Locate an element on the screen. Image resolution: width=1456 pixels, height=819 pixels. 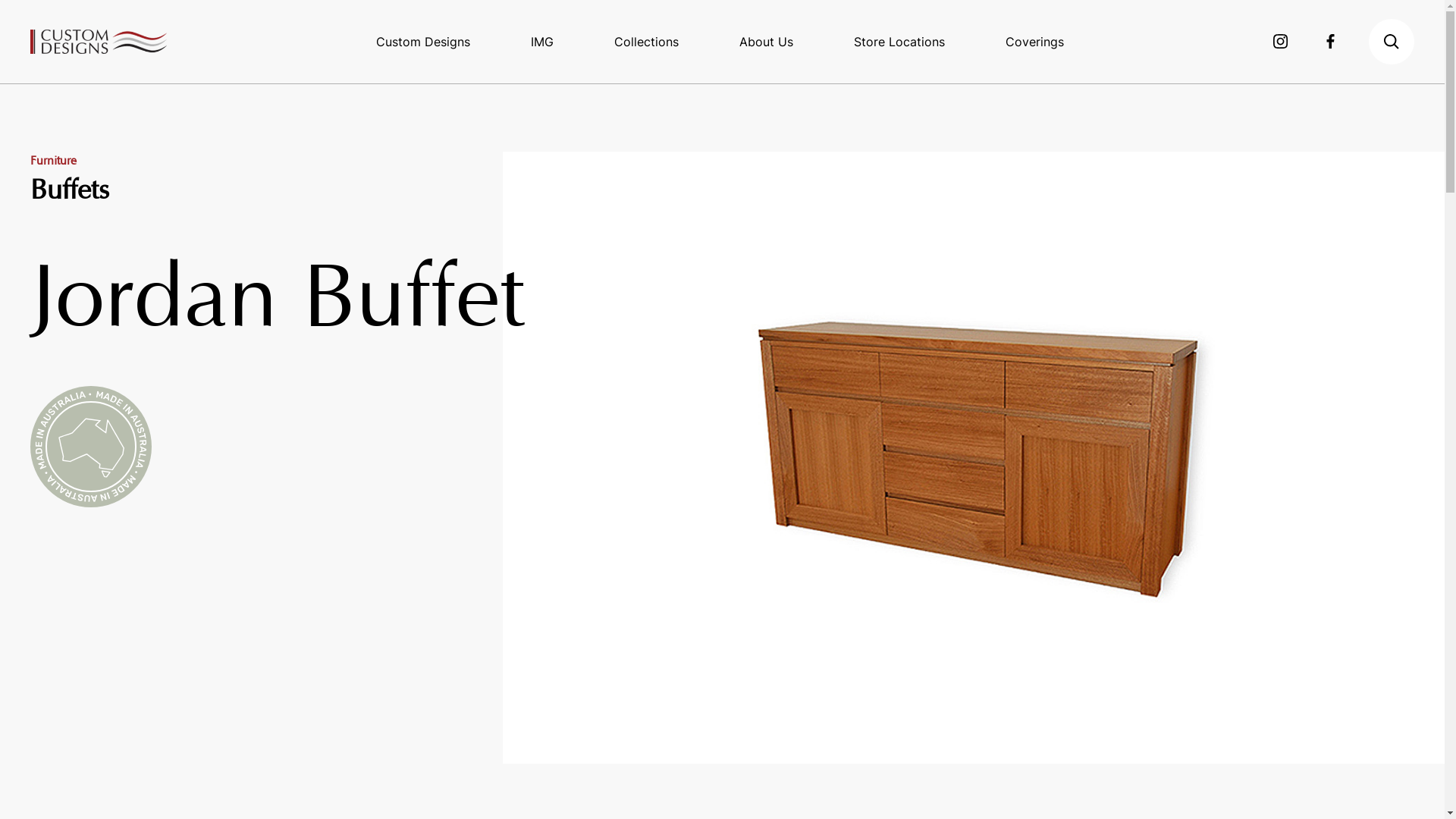
'Search' is located at coordinates (1391, 40).